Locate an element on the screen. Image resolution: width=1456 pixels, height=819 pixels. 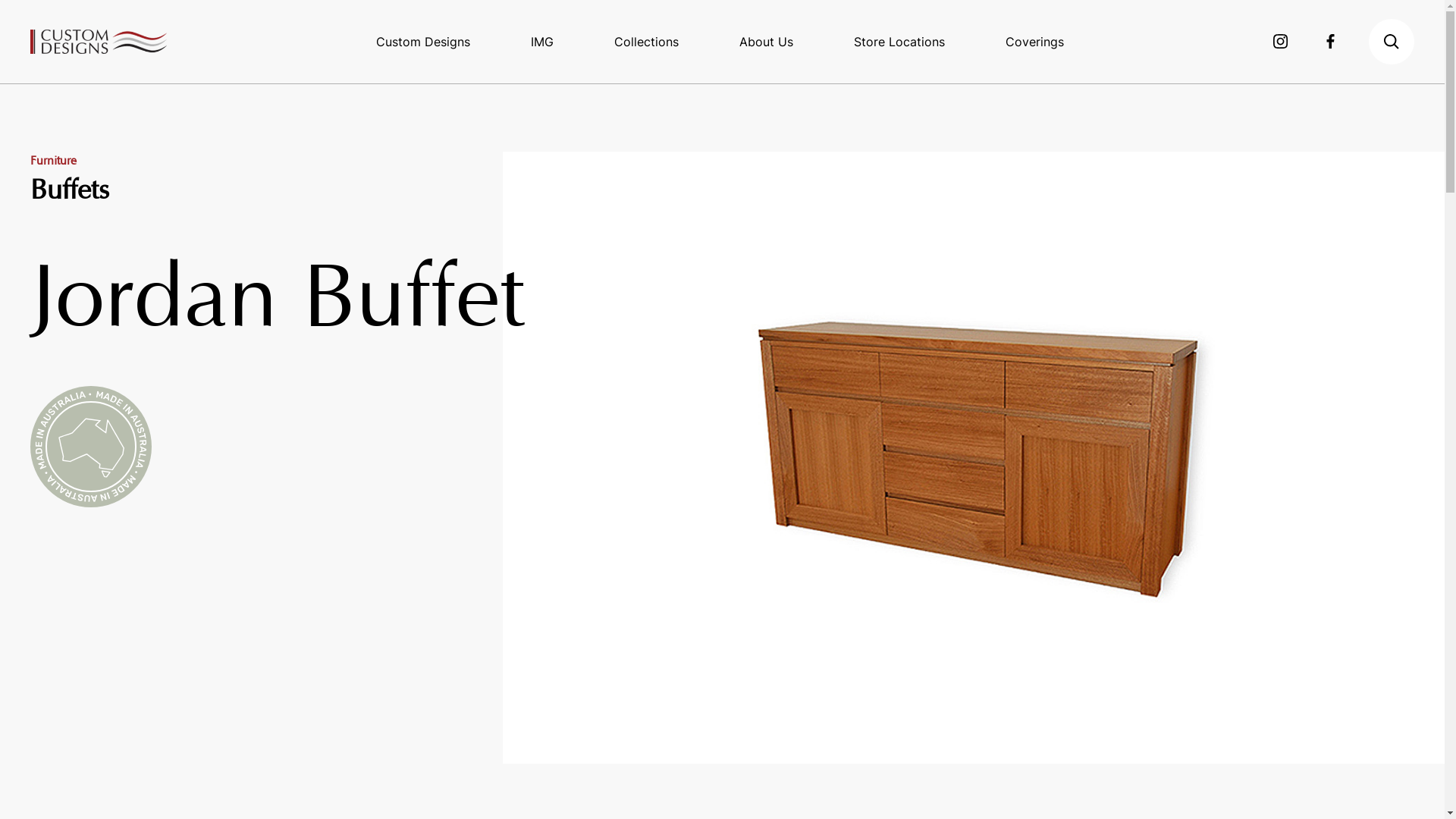
'Search' is located at coordinates (1391, 40).